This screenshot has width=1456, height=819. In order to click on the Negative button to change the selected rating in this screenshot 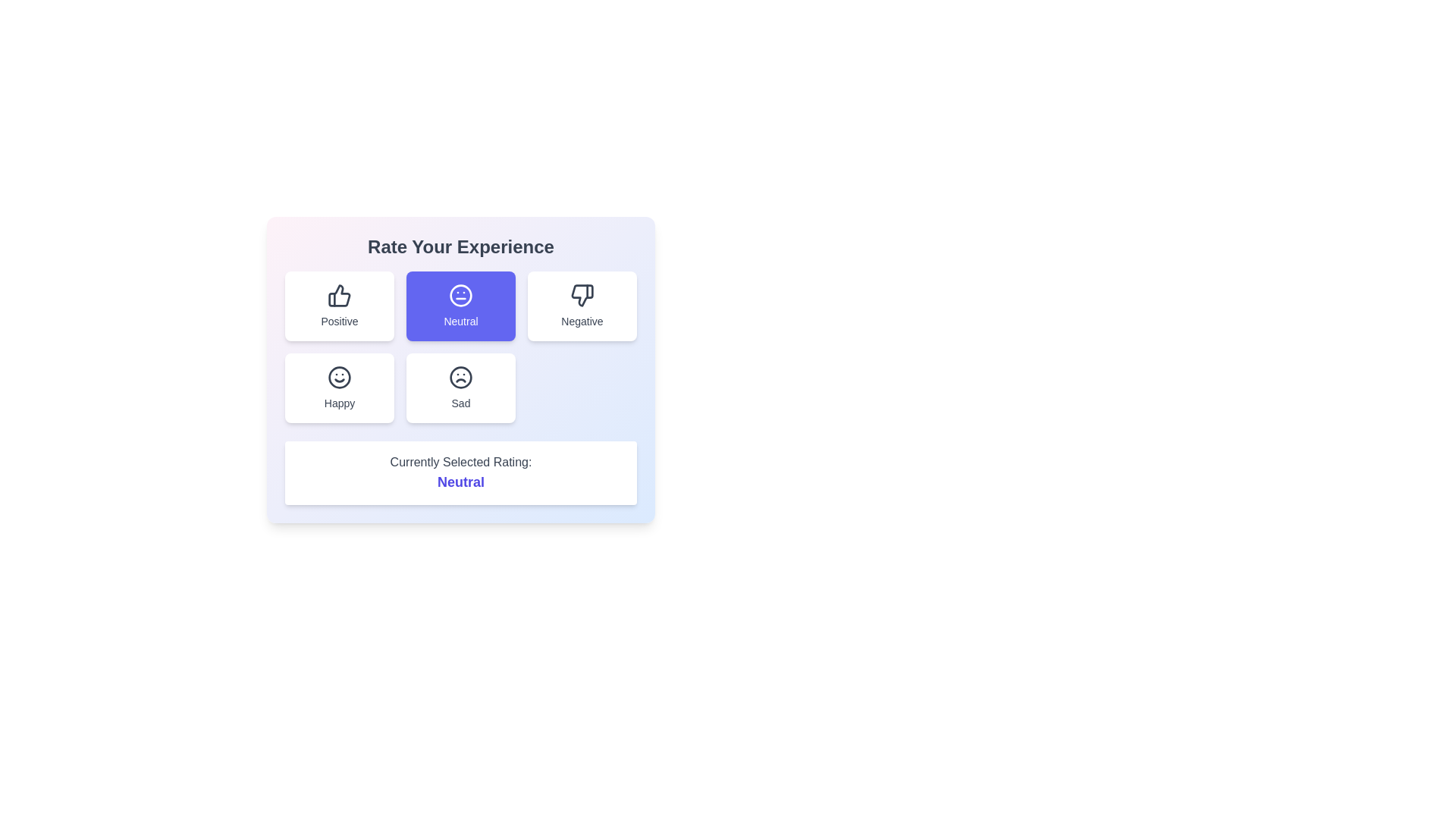, I will do `click(582, 306)`.